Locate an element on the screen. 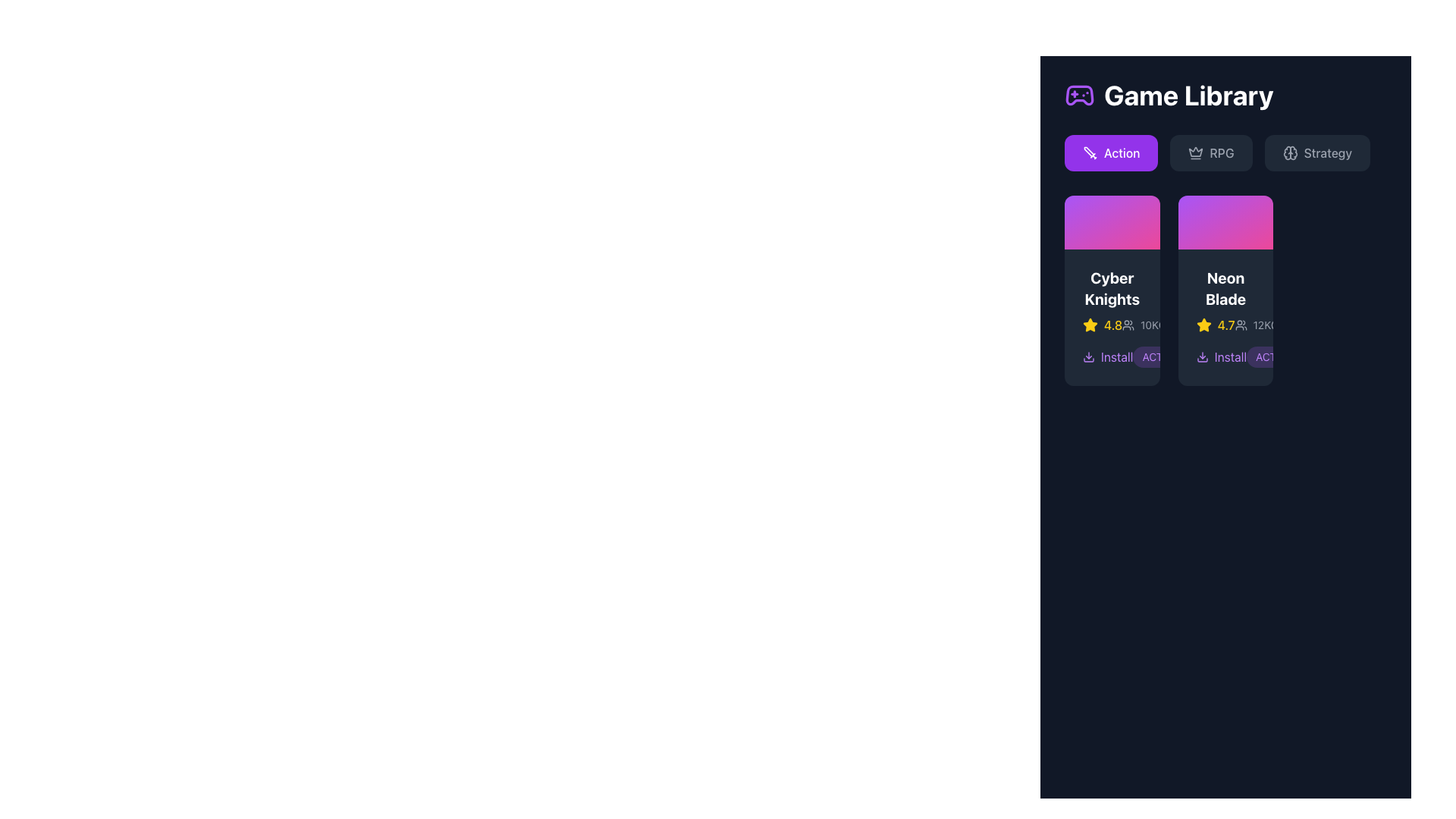 This screenshot has height=819, width=1456. the star icon in the rating component of the 'Neon Blade' game card to interact with the rating is located at coordinates (1225, 324).